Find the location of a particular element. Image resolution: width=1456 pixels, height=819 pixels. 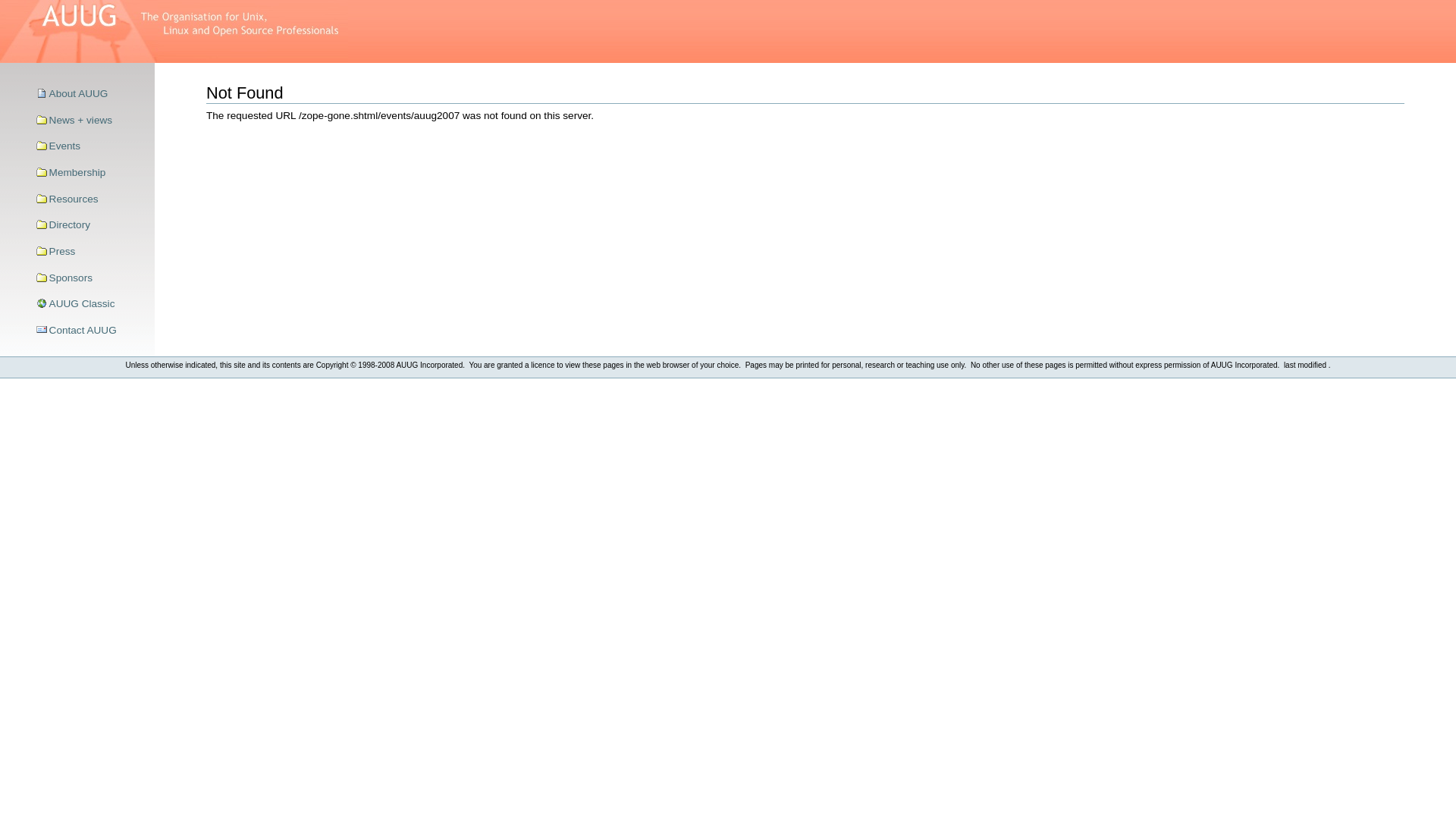

'Membership' is located at coordinates (89, 171).